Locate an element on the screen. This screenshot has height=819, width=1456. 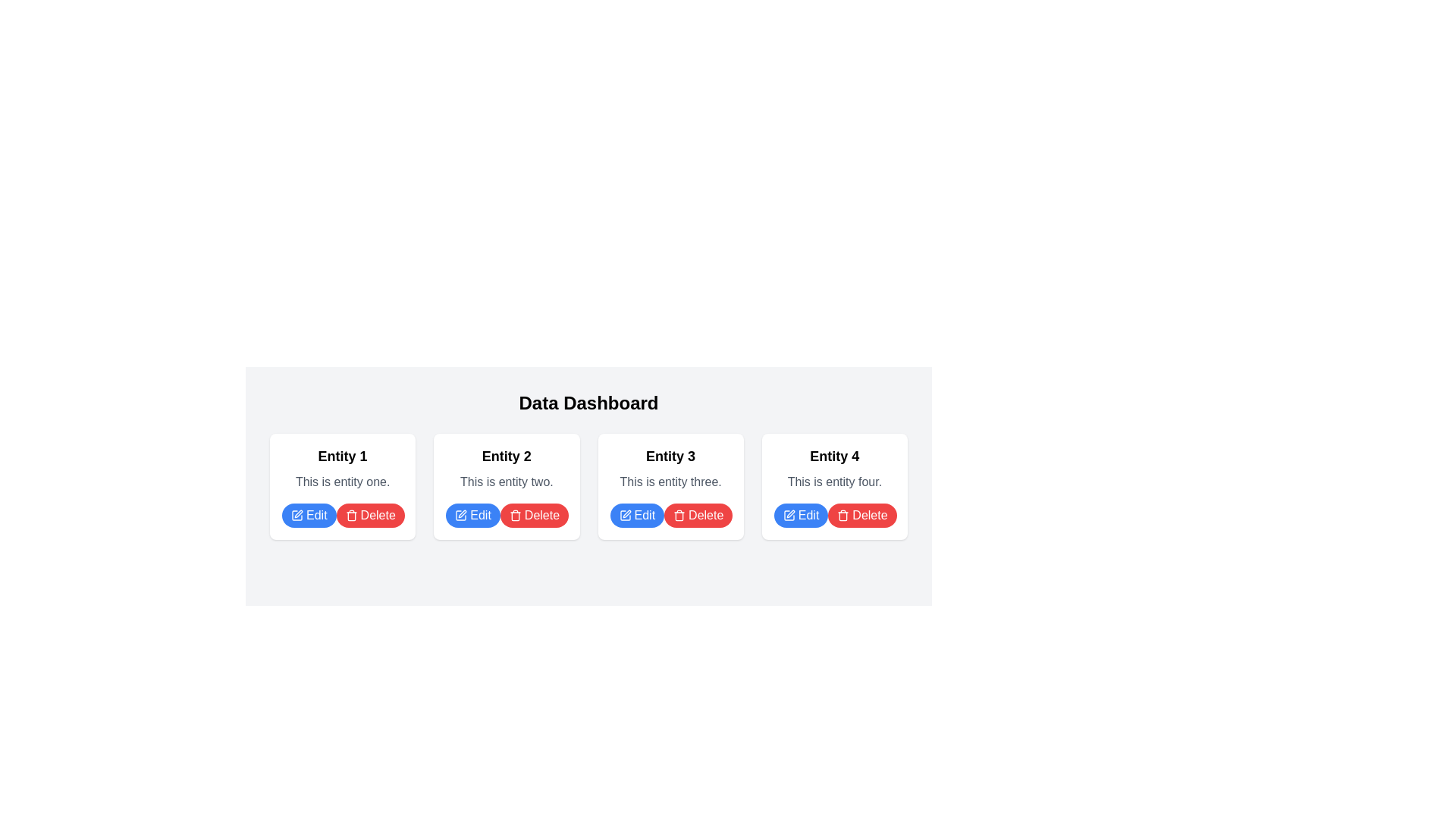
text from the label displaying 'Entity 4' and 'This is entity four.' located at the top center of the fourth card in the 'Data Dashboard' section is located at coordinates (833, 467).